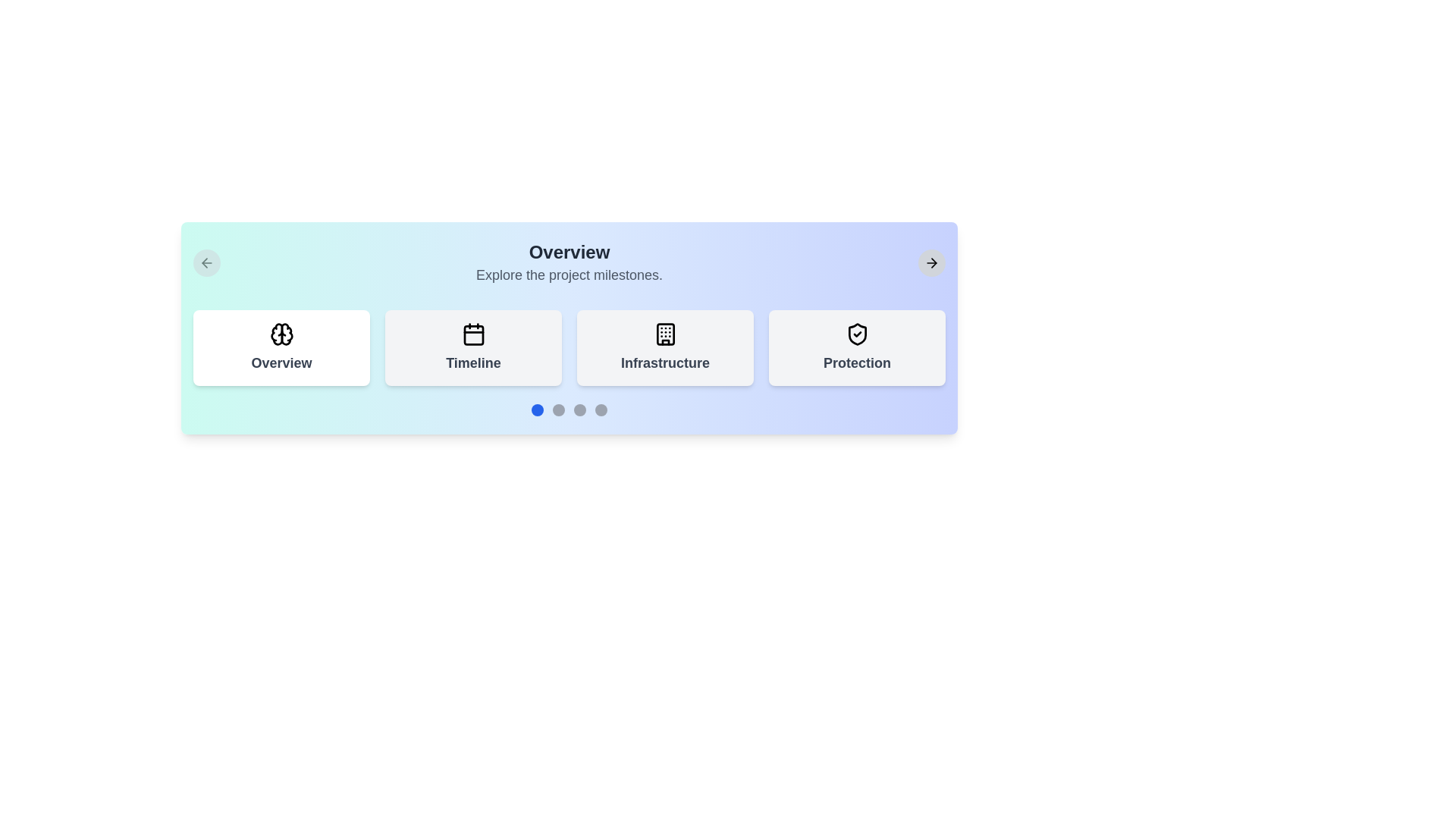 The image size is (1456, 819). I want to click on the 'Protection' card, which features a shield icon with a check mark and is the fourth card in a row of four cards including 'Overview', 'Timeline', and 'Infrastructure', so click(857, 348).